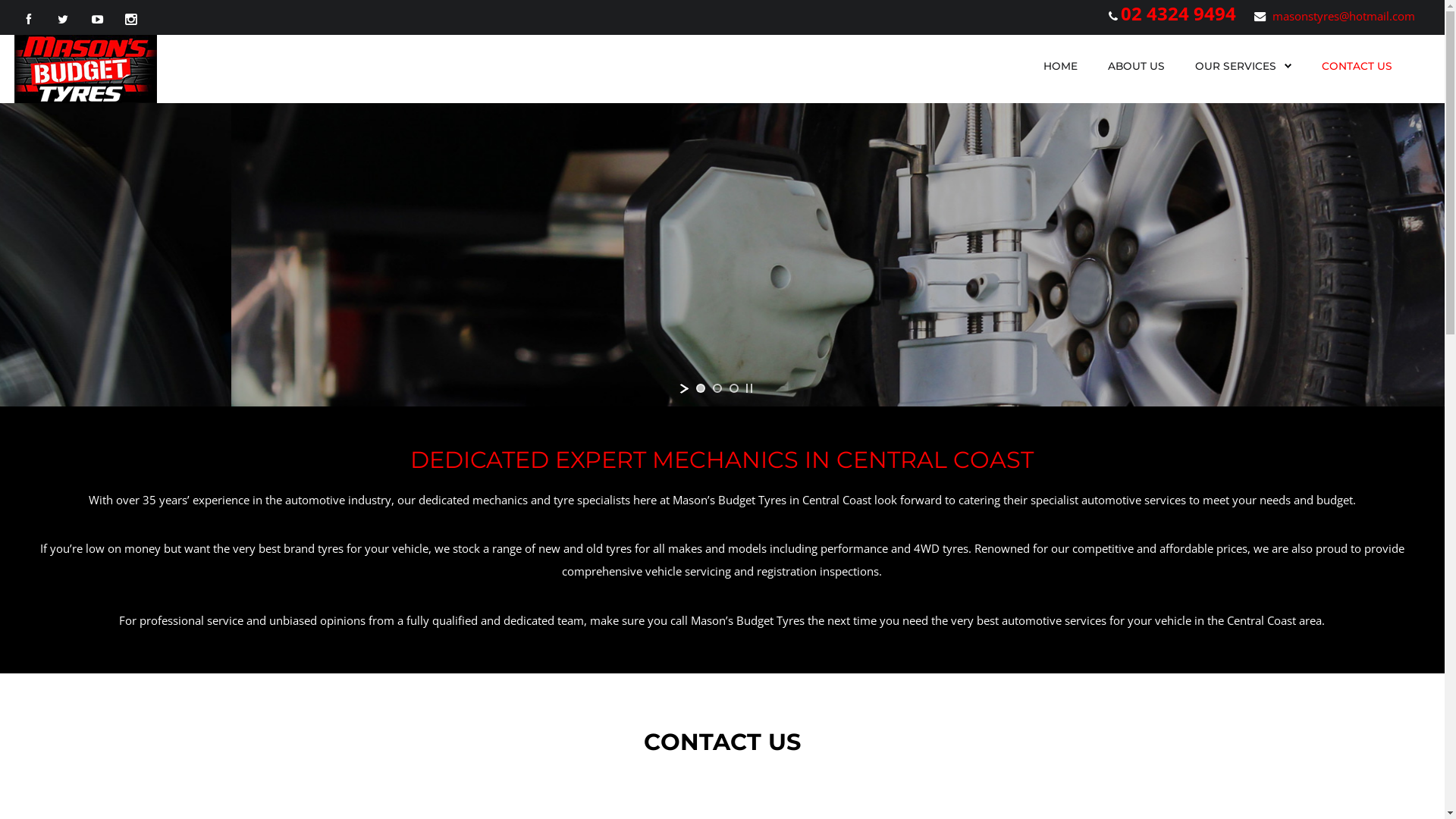  I want to click on '02 4324 9494', so click(1178, 13).